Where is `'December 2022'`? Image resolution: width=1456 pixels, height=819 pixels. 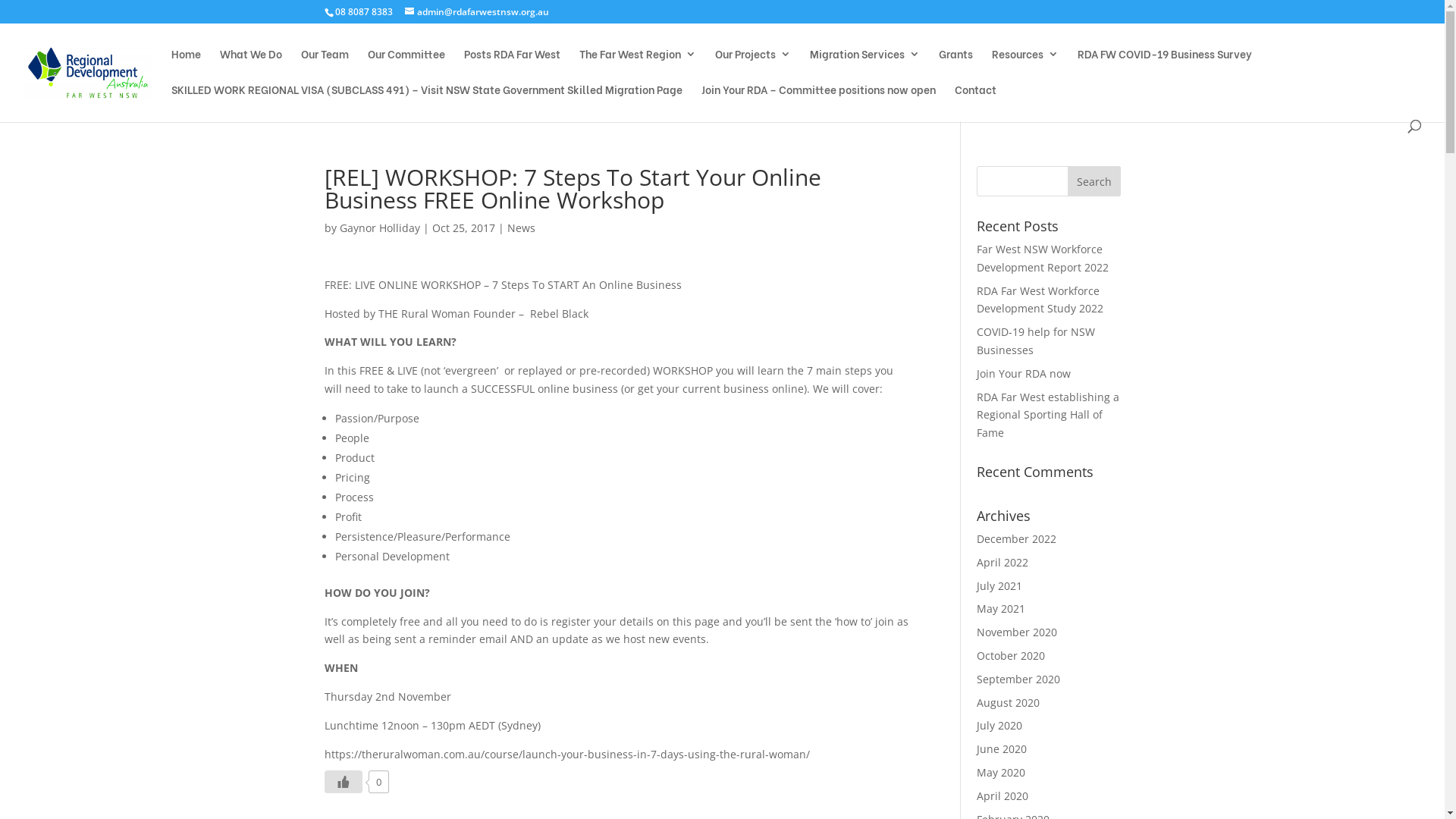
'December 2022' is located at coordinates (1016, 538).